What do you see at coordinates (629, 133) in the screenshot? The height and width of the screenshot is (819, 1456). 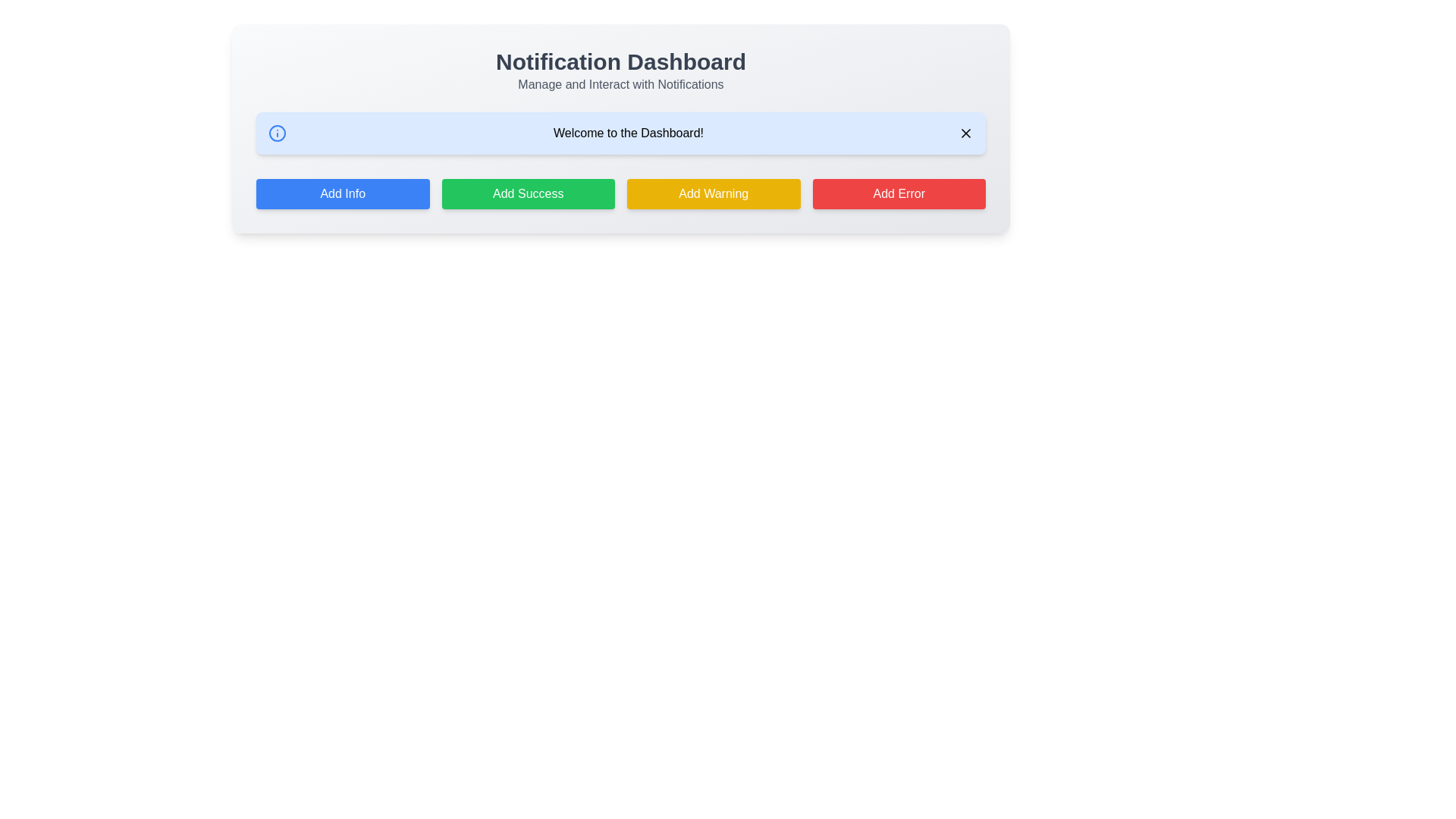 I see `the welcome message text label located at the top section of the dashboard` at bounding box center [629, 133].